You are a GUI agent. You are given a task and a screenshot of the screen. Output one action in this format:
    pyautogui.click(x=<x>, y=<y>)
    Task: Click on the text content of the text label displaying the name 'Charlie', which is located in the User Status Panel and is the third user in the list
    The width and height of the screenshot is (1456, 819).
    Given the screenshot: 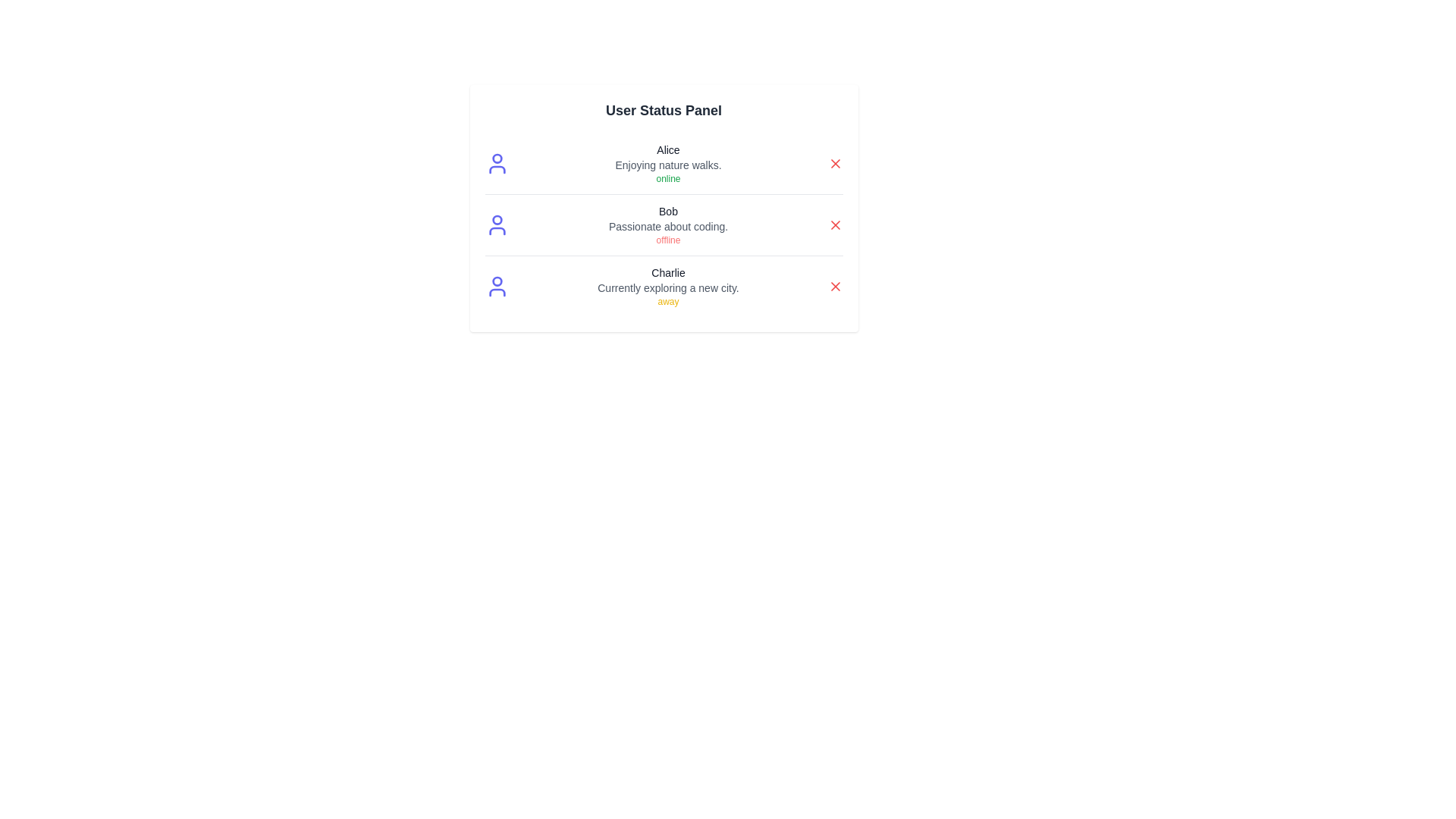 What is the action you would take?
    pyautogui.click(x=667, y=271)
    